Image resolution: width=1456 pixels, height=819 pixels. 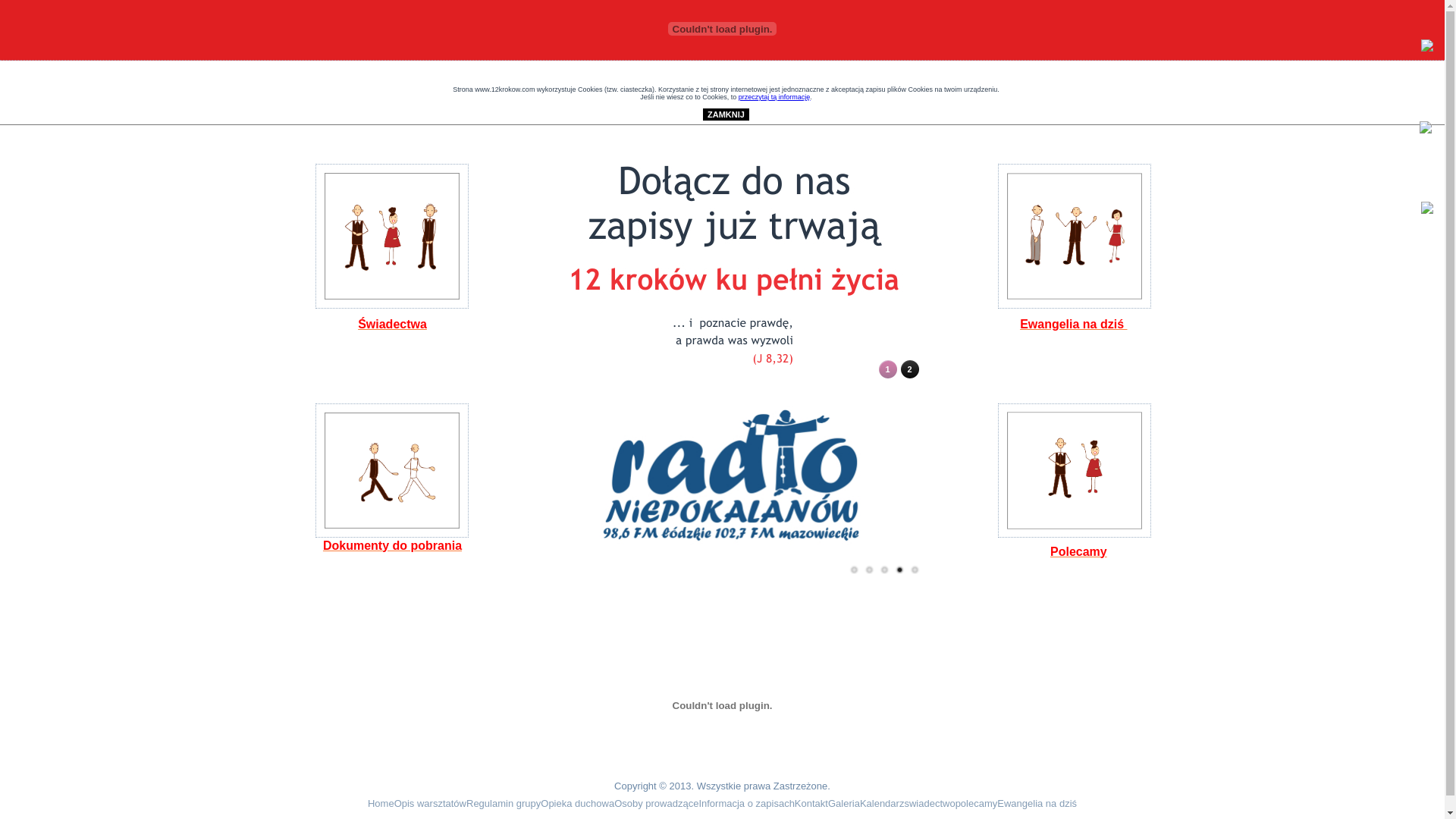 I want to click on 'Kalendarz', so click(x=882, y=803).